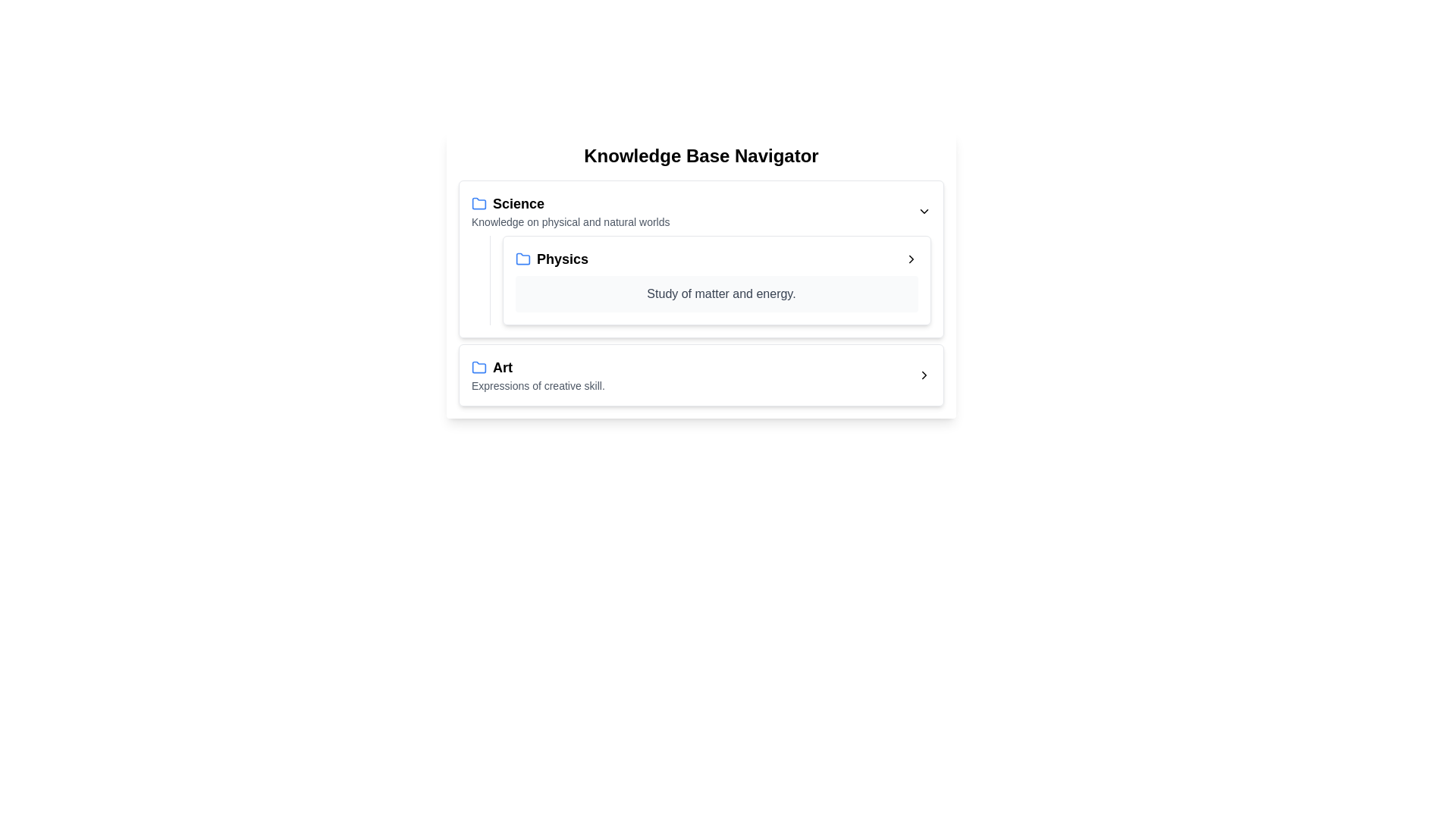  I want to click on the right-pointing chevron icon located in the 'Physics' section, so click(910, 259).